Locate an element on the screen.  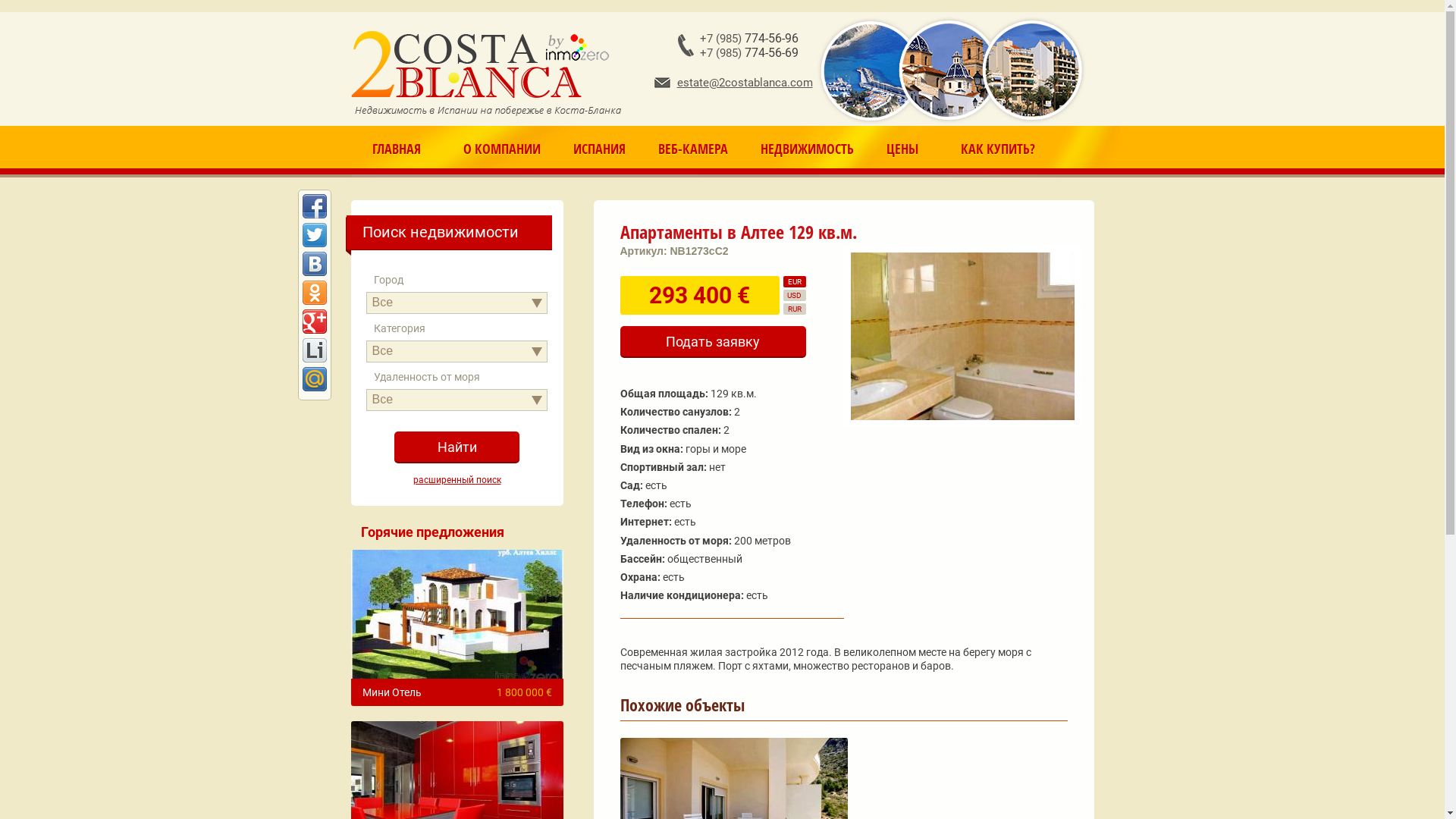
'estate@2costablanca.com' is located at coordinates (733, 82).